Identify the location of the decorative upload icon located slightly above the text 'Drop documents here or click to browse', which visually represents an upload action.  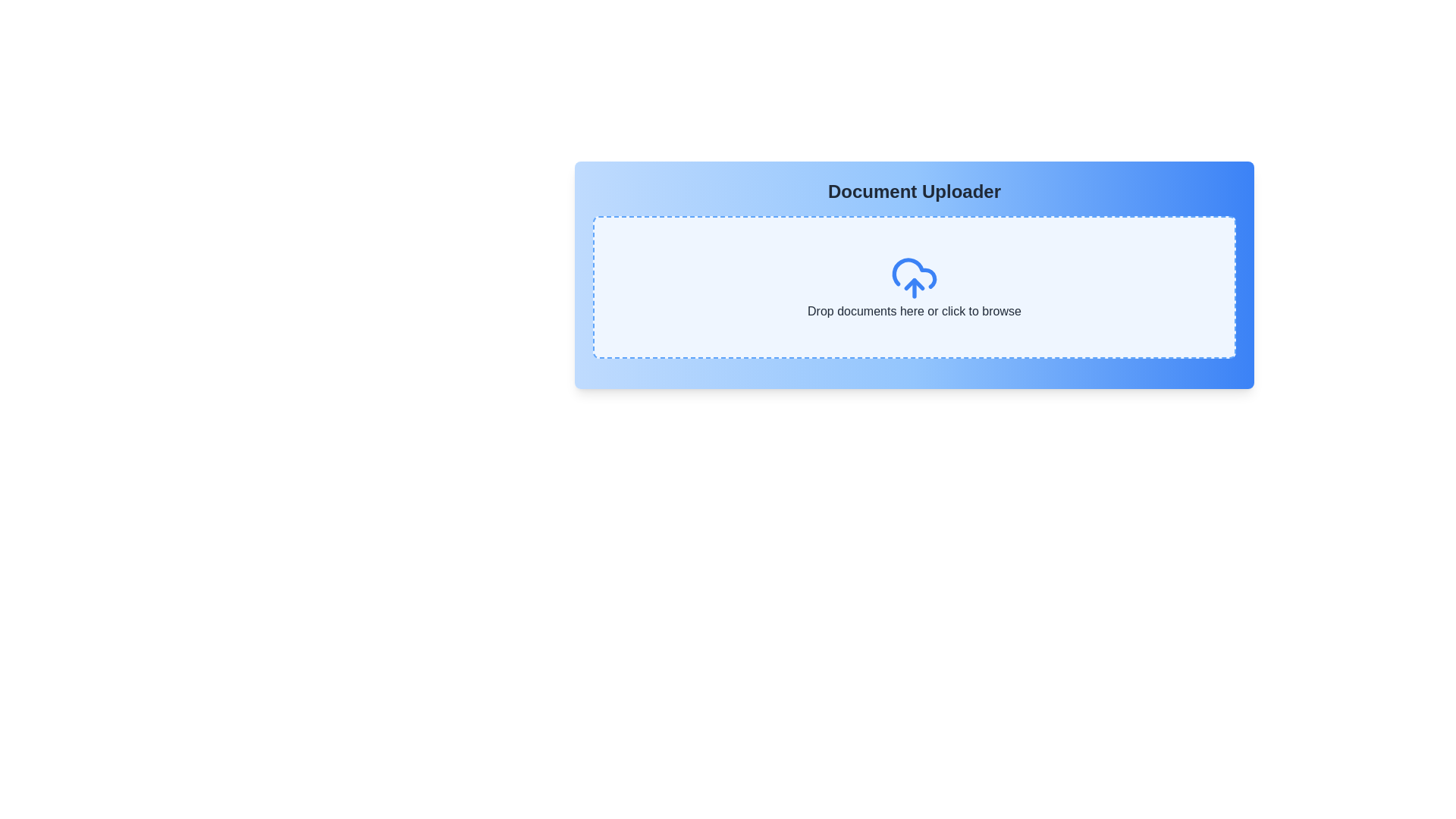
(913, 278).